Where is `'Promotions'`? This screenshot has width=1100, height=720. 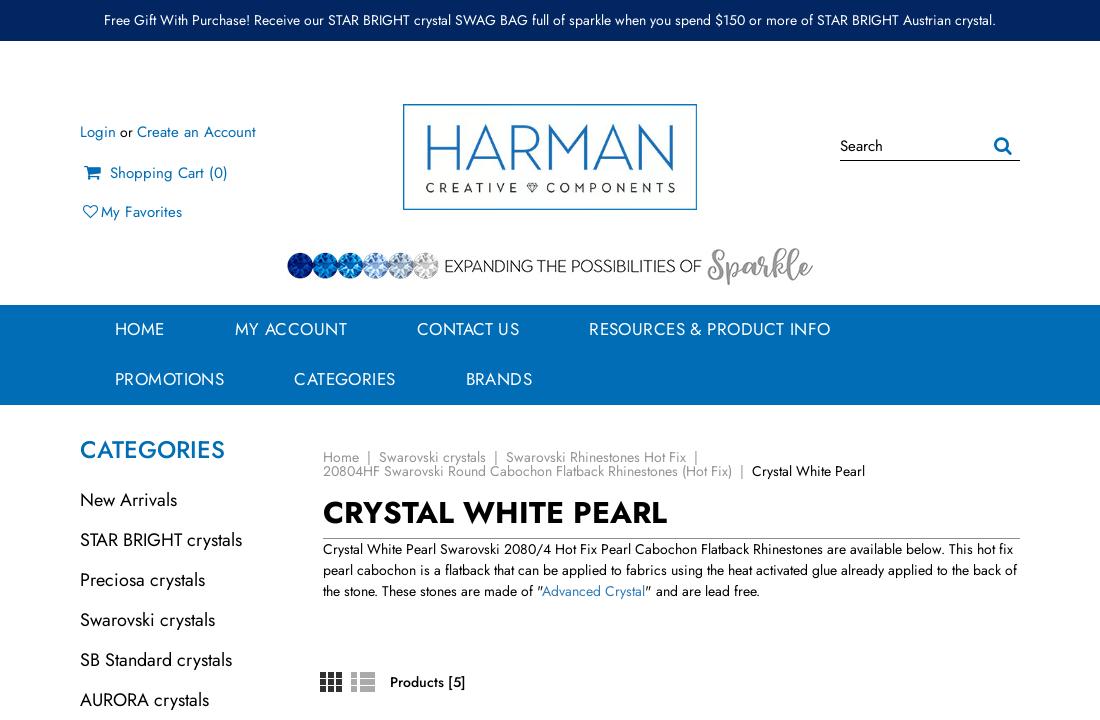 'Promotions' is located at coordinates (168, 379).